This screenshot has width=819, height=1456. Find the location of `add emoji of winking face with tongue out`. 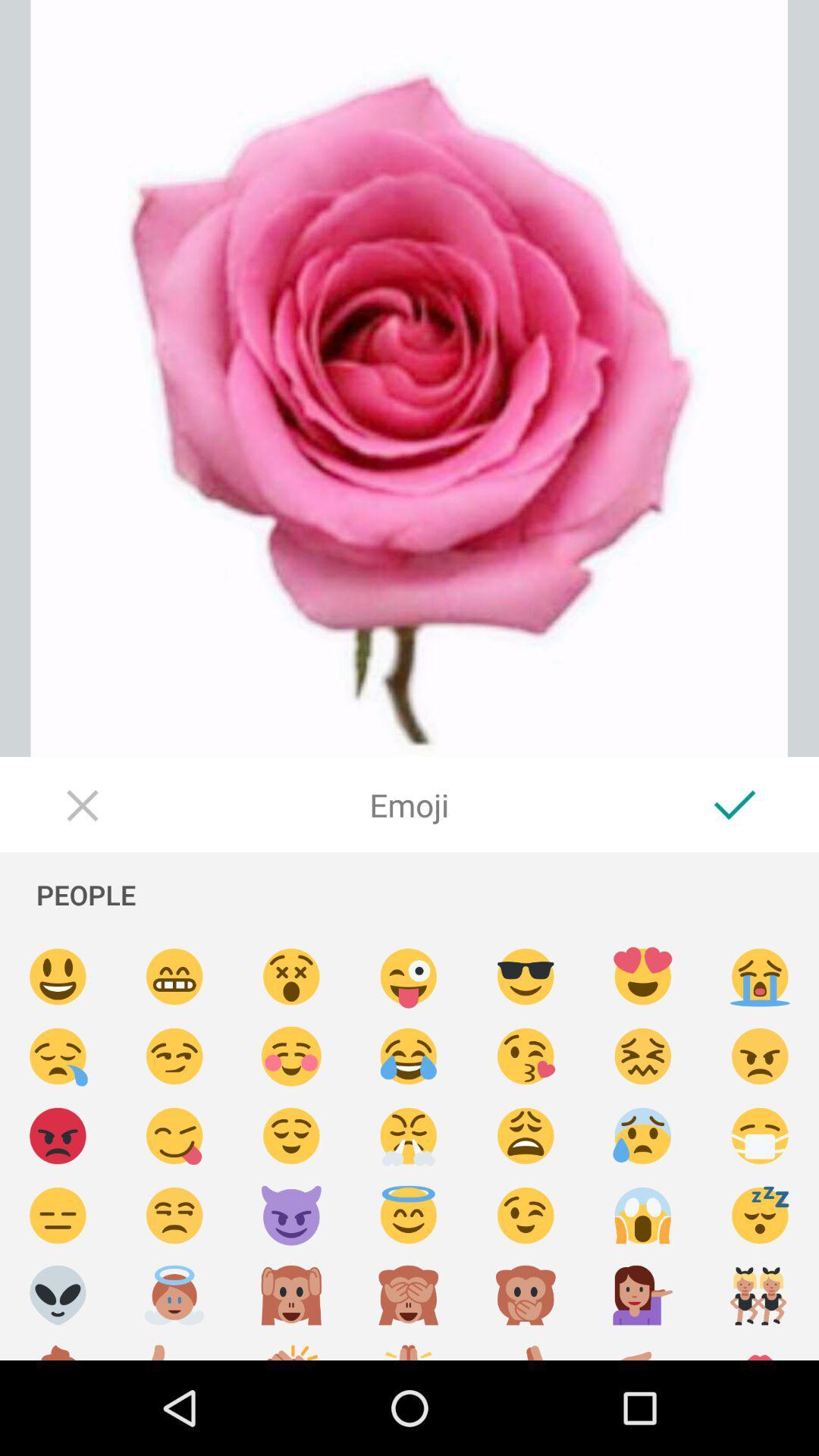

add emoji of winking face with tongue out is located at coordinates (408, 977).